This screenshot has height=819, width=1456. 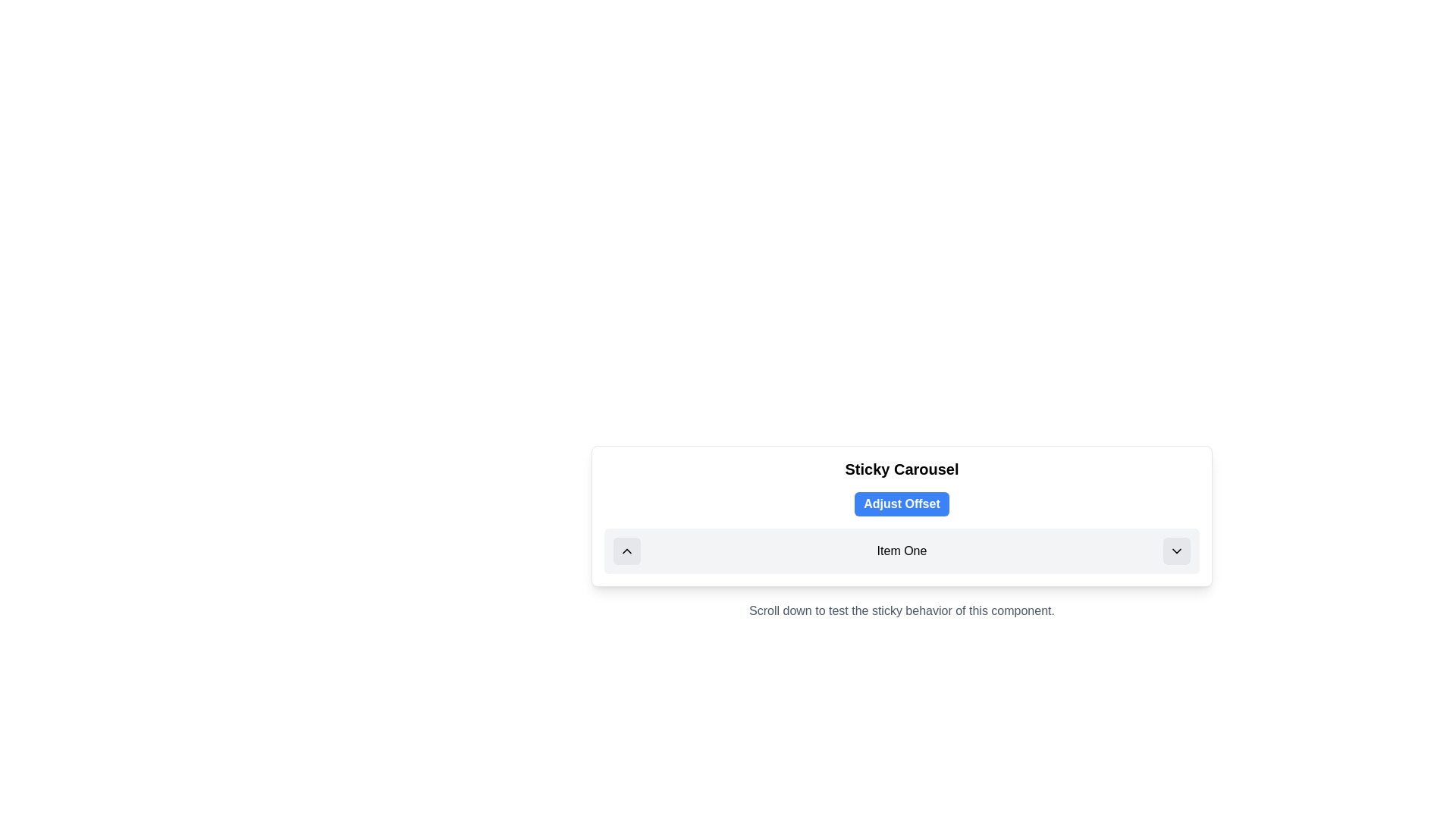 What do you see at coordinates (1175, 551) in the screenshot?
I see `the toggle button located next to the text label 'Item One' to change its background shade` at bounding box center [1175, 551].